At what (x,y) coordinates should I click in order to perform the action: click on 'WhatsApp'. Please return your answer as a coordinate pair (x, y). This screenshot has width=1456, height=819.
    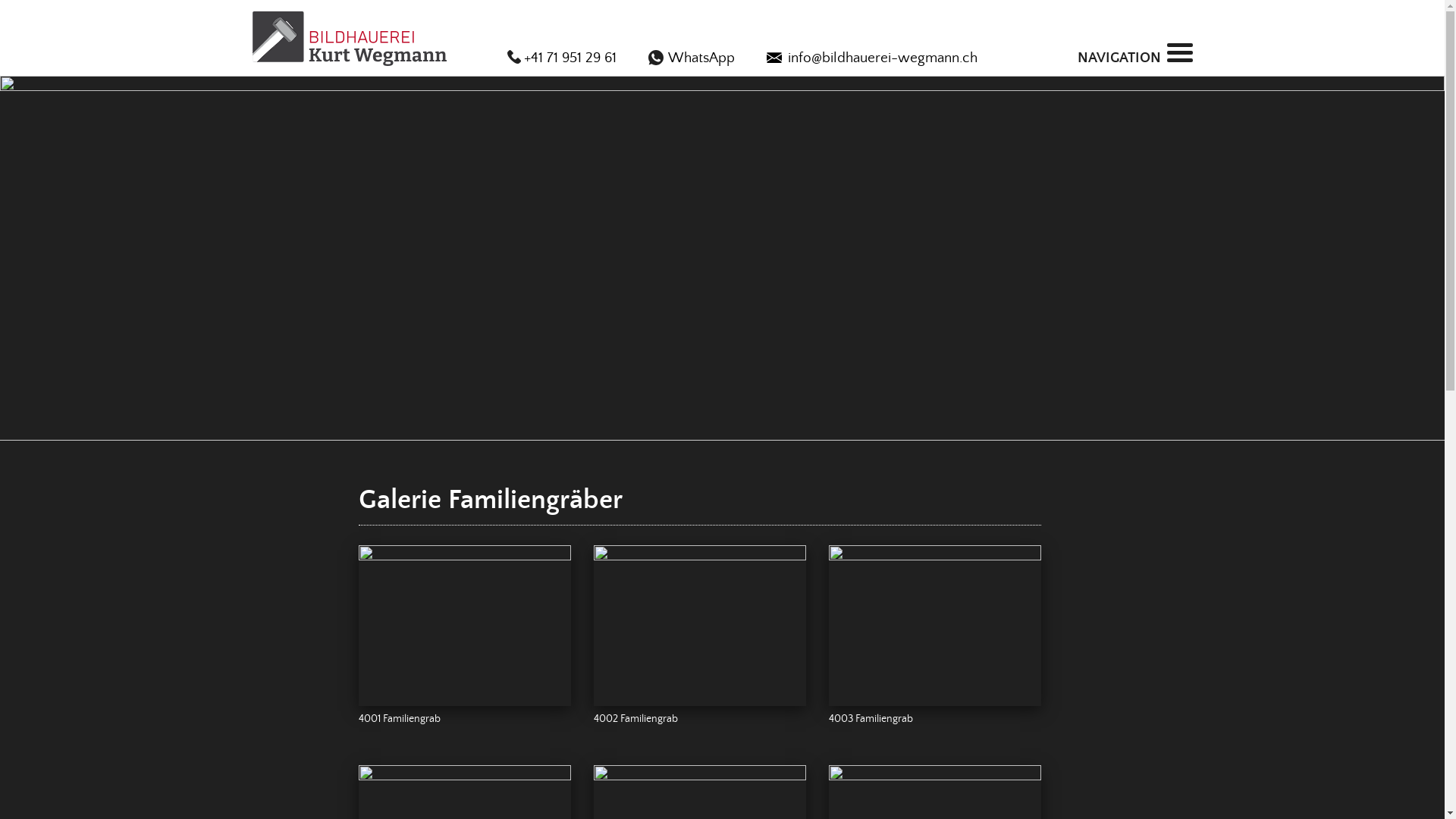
    Looking at the image, I should click on (690, 58).